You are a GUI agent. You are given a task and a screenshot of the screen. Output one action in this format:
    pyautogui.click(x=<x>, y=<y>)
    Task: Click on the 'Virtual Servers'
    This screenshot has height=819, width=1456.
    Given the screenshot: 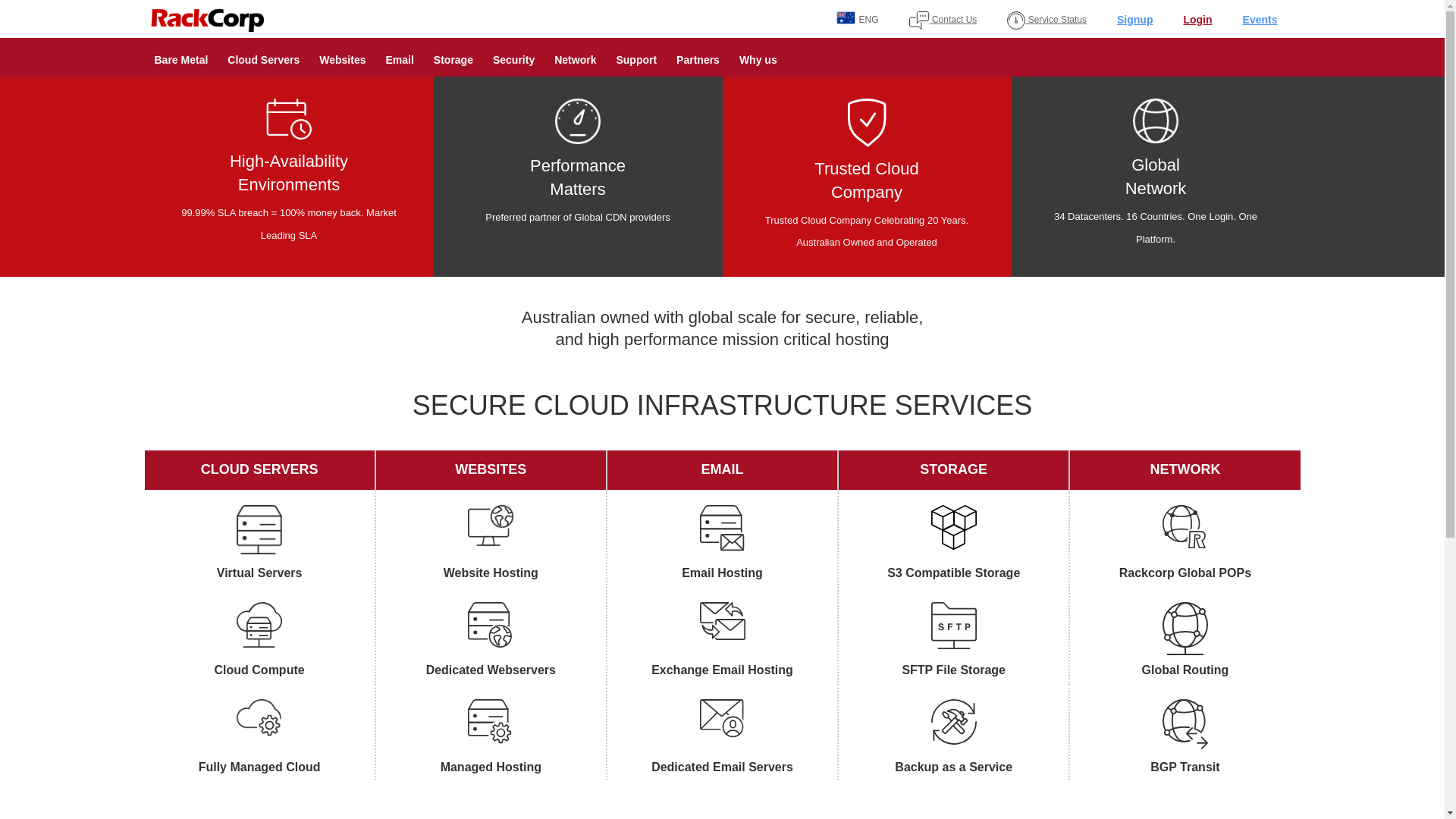 What is the action you would take?
    pyautogui.click(x=259, y=541)
    